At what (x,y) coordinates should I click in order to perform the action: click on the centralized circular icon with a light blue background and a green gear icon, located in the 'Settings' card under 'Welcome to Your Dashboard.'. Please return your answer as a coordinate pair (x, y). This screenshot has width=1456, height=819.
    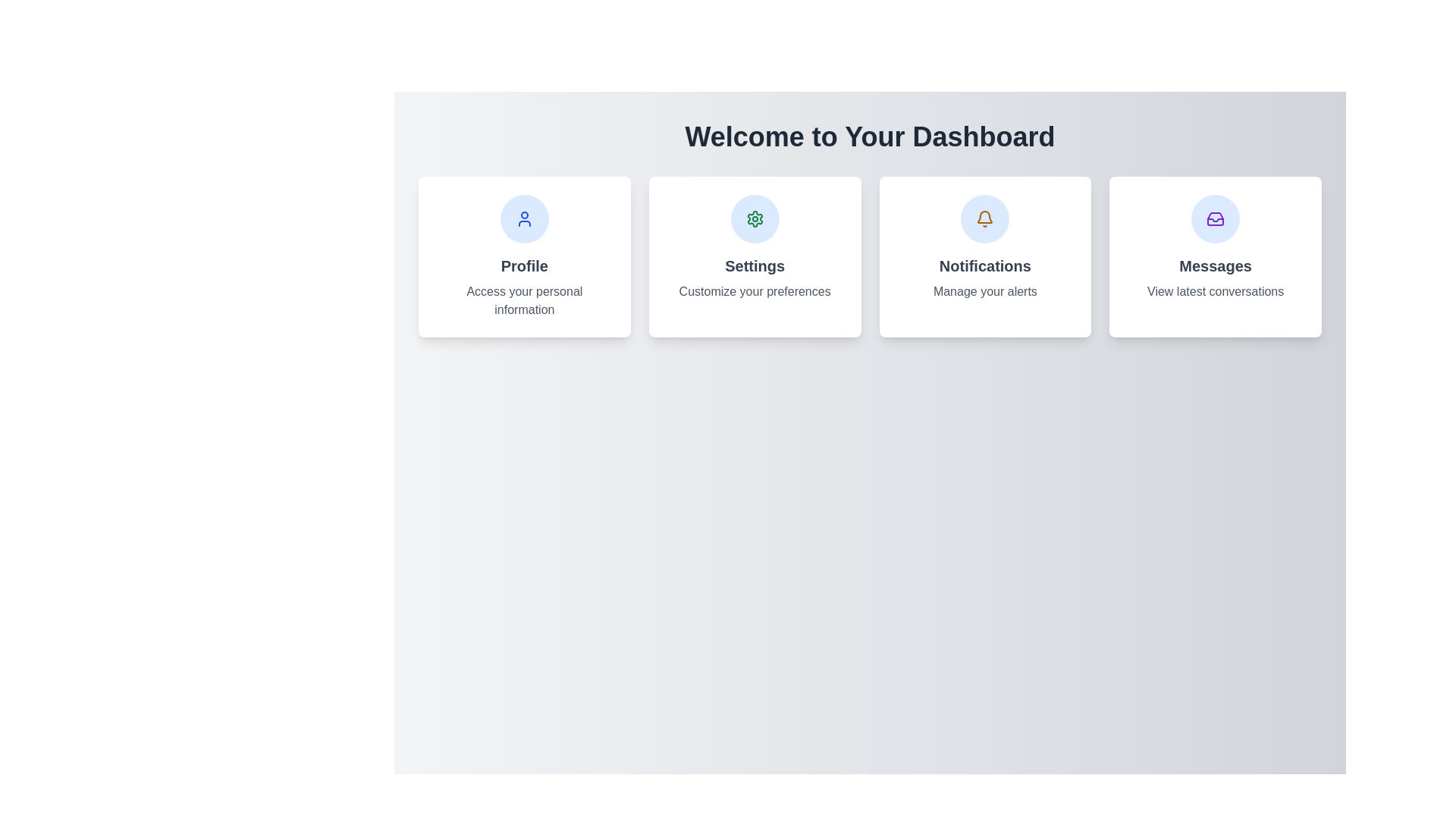
    Looking at the image, I should click on (755, 219).